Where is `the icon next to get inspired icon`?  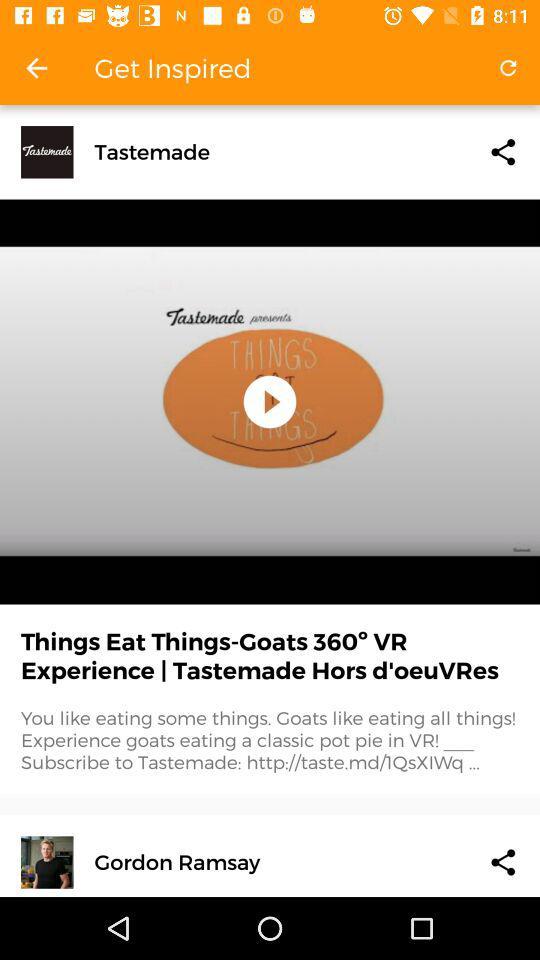
the icon next to get inspired icon is located at coordinates (508, 68).